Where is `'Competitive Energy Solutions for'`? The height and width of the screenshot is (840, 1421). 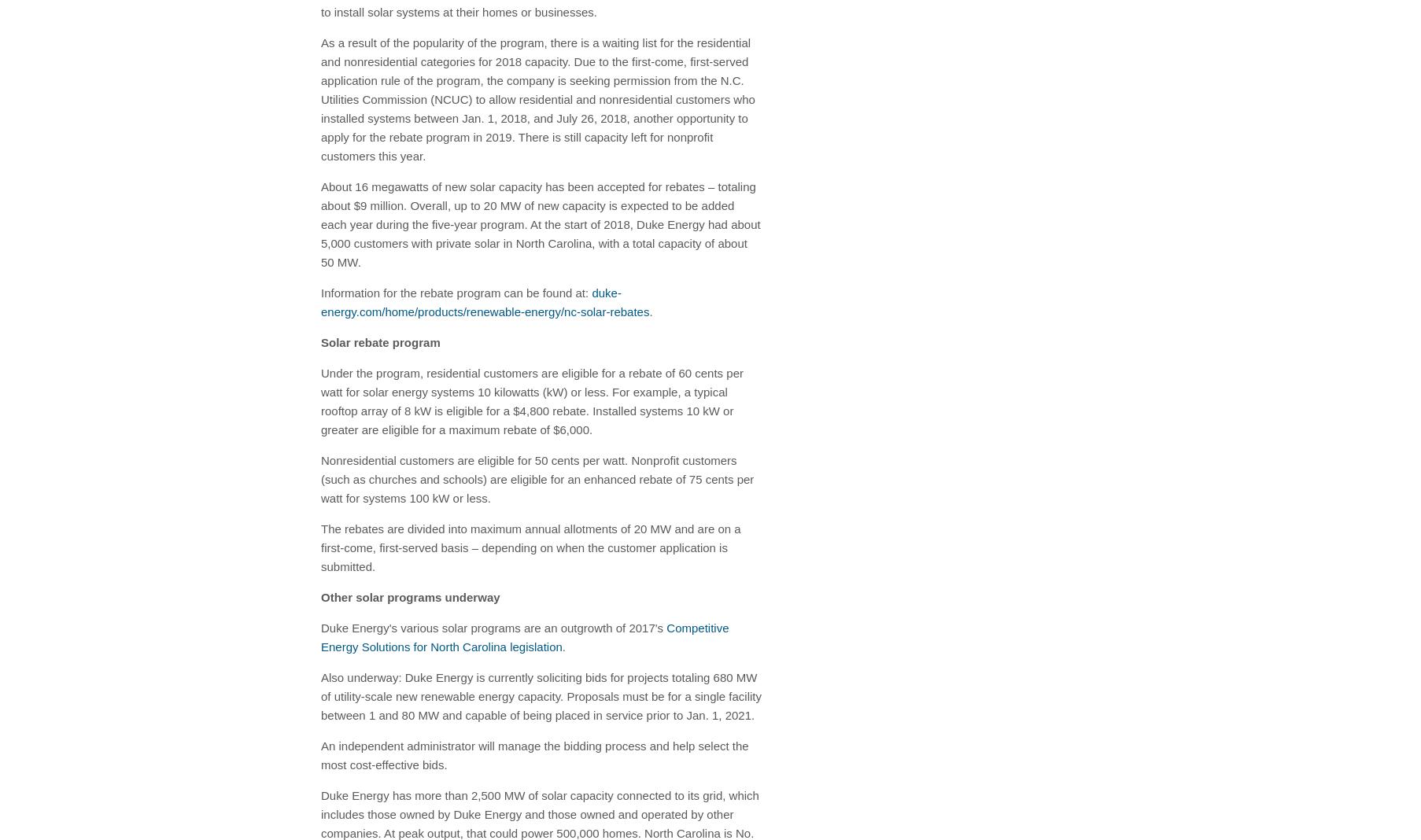
'Competitive Energy Solutions for' is located at coordinates (523, 636).